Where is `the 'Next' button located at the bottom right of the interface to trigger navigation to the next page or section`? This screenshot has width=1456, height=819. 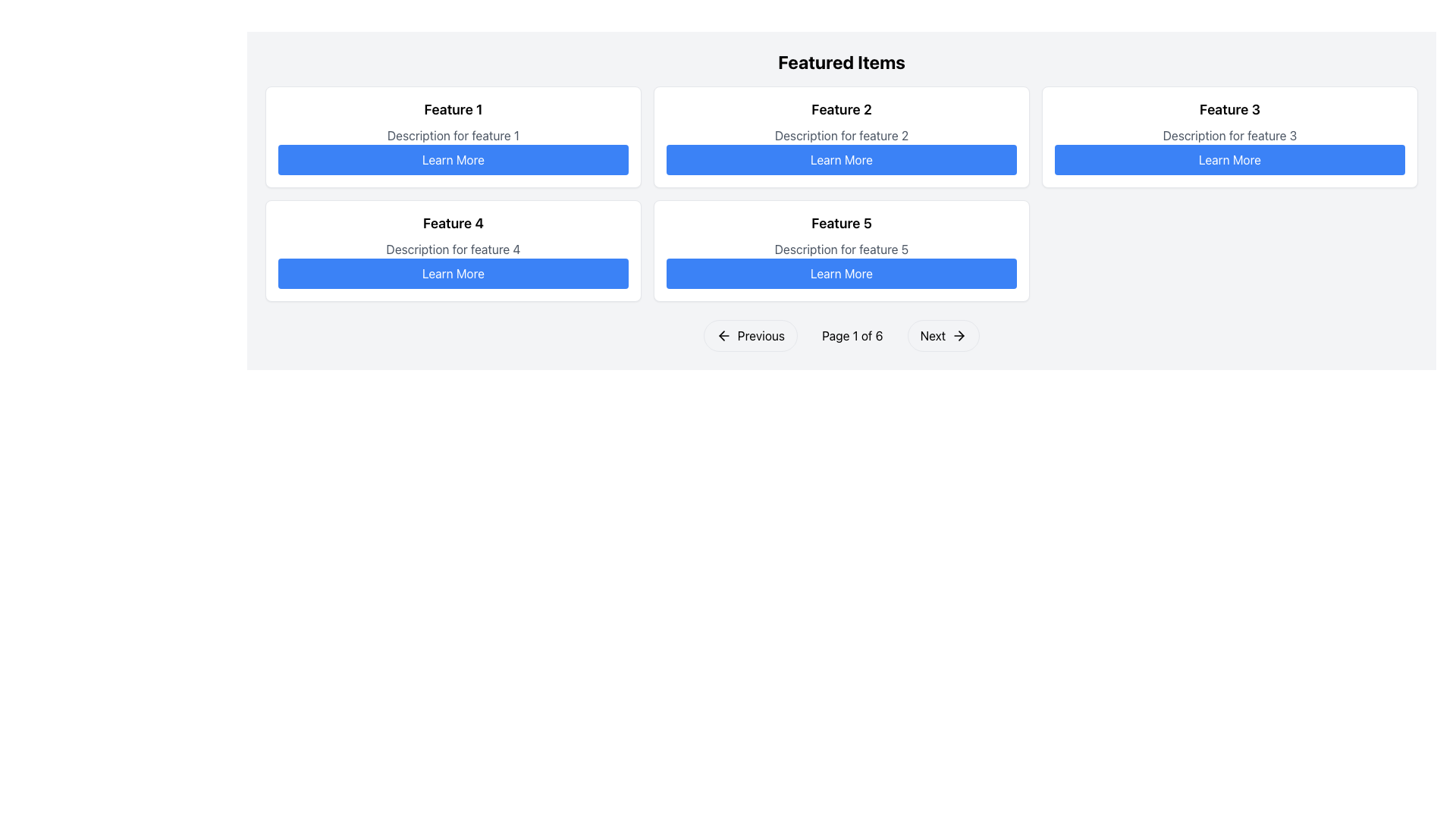
the 'Next' button located at the bottom right of the interface to trigger navigation to the next page or section is located at coordinates (959, 335).